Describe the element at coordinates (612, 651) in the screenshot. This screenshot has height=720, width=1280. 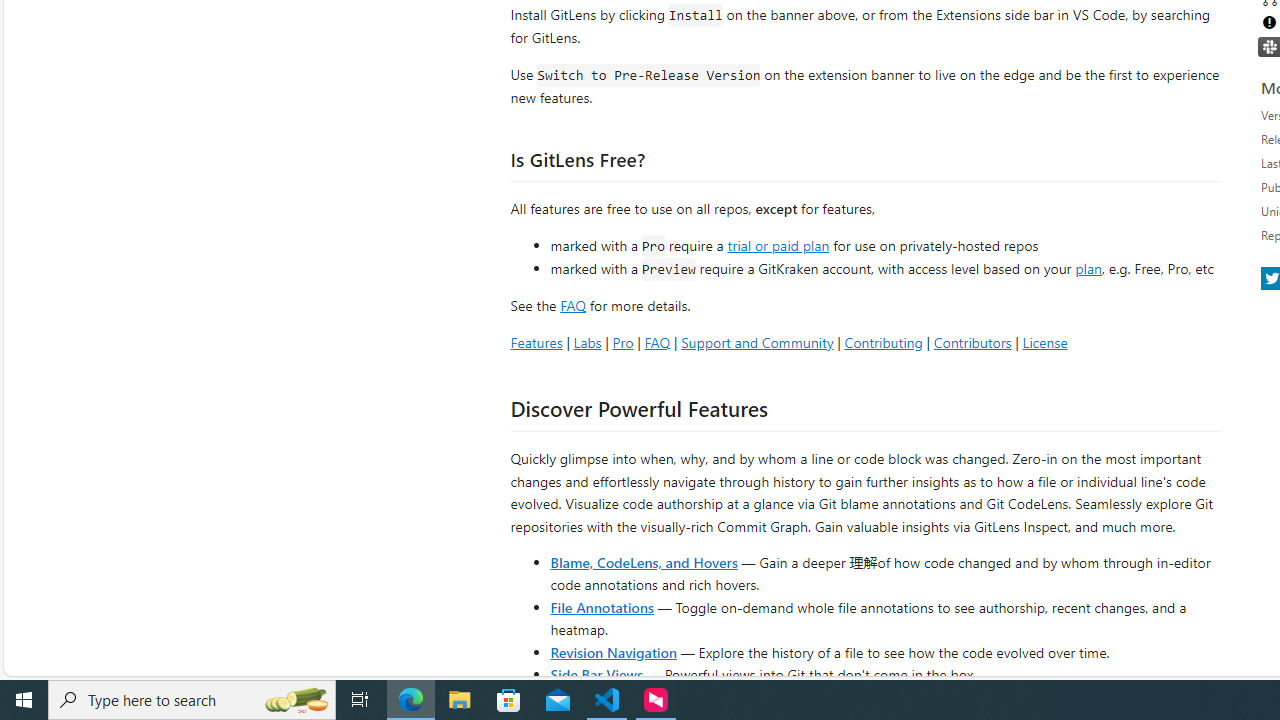
I see `'Revision Navigation'` at that location.